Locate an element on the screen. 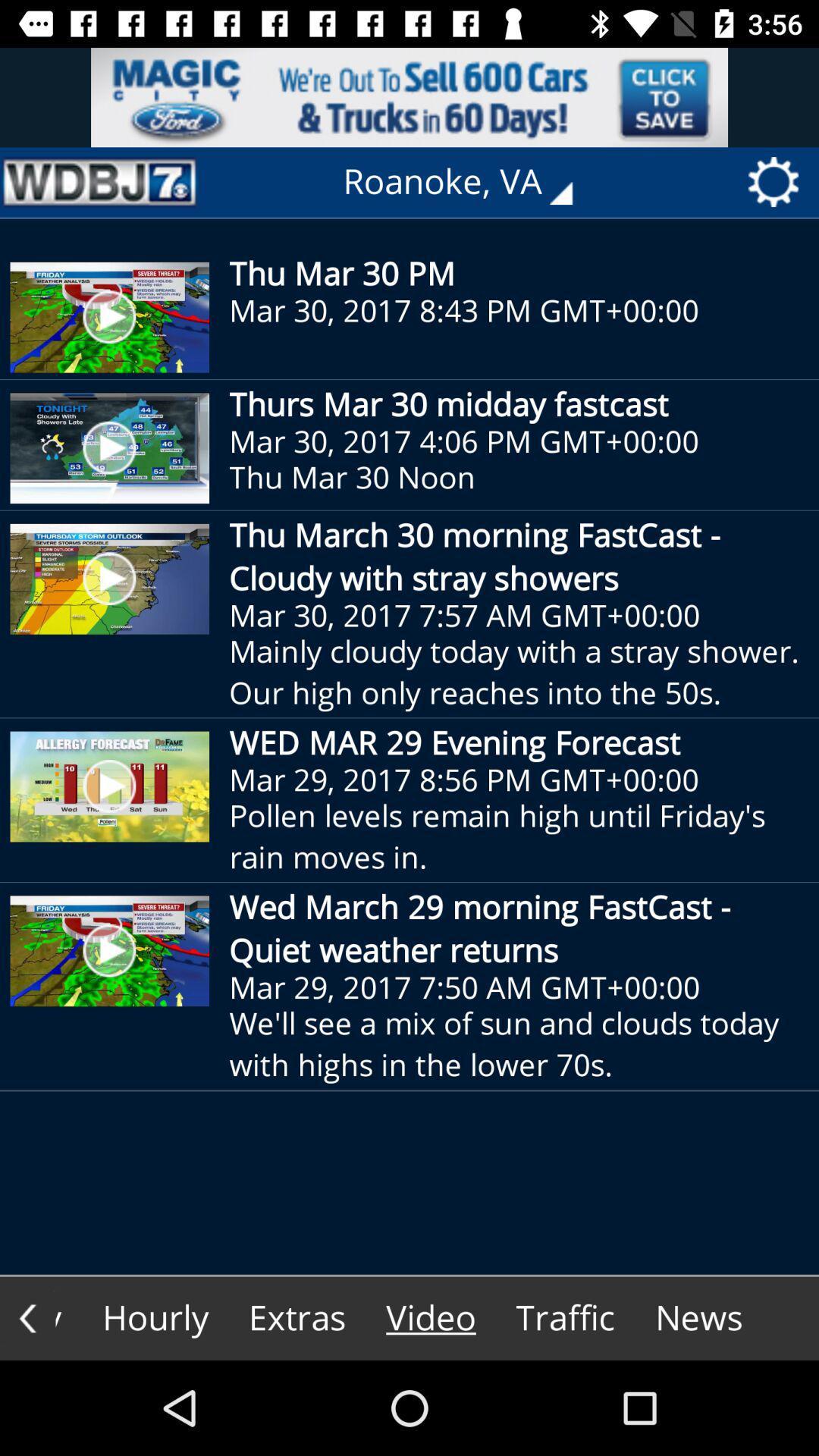 The image size is (819, 1456). roanoke, va is located at coordinates (468, 182).